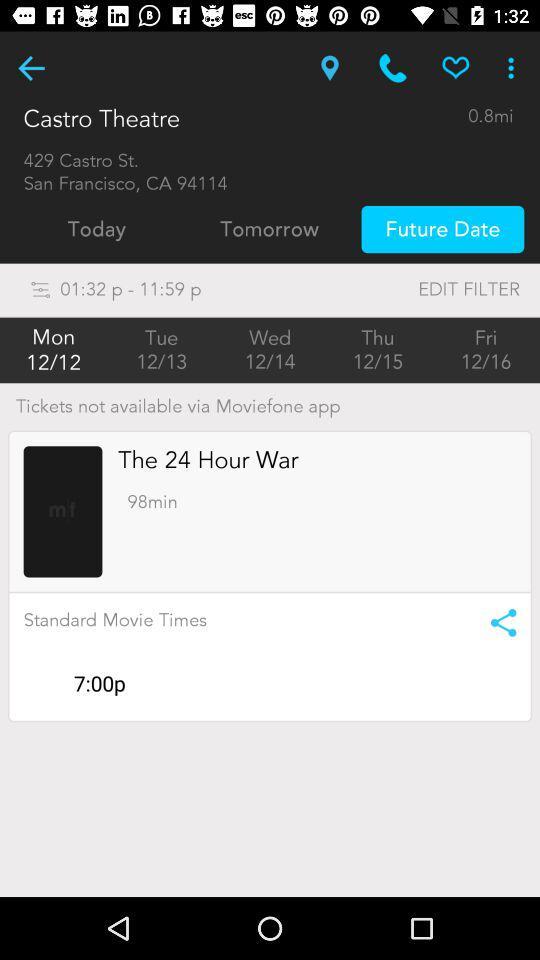 The image size is (540, 960). I want to click on the screenshot of the movie images, so click(63, 510).